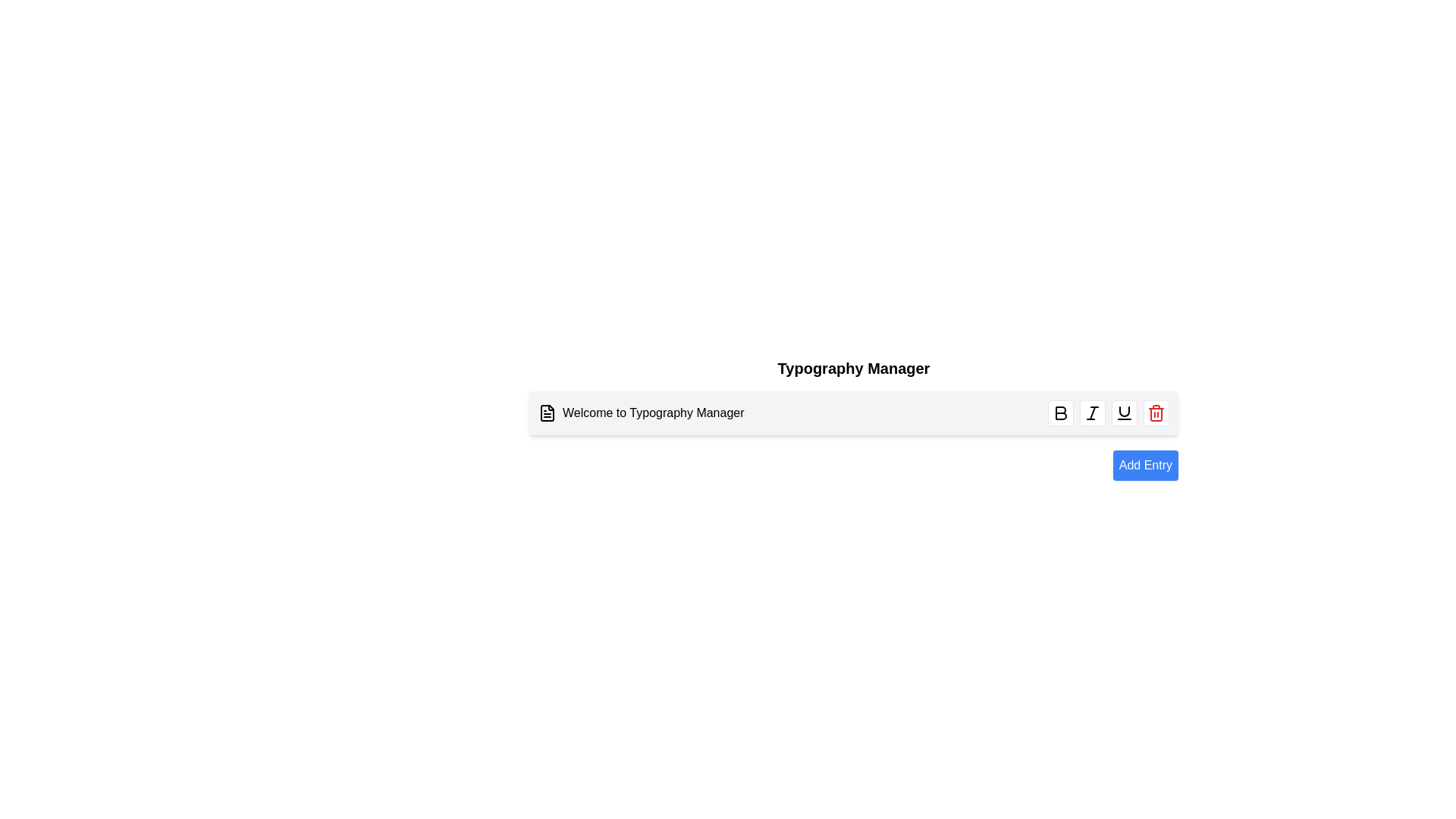  Describe the element at coordinates (1092, 413) in the screenshot. I see `the decorative line of the italic icon located in the toolbar to toggle the italic style for selected text` at that location.